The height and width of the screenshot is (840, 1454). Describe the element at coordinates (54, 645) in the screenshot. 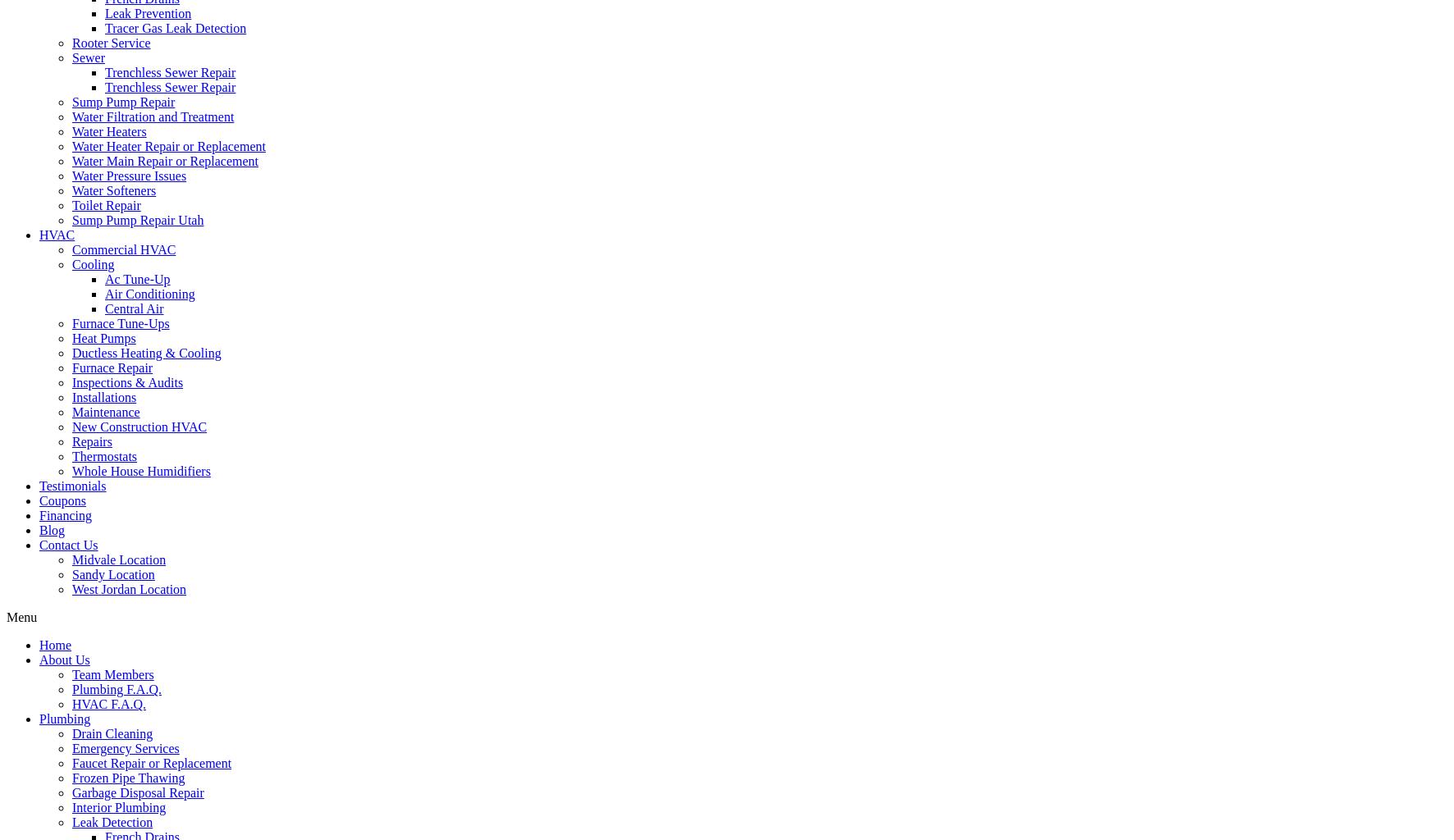

I see `'Home'` at that location.